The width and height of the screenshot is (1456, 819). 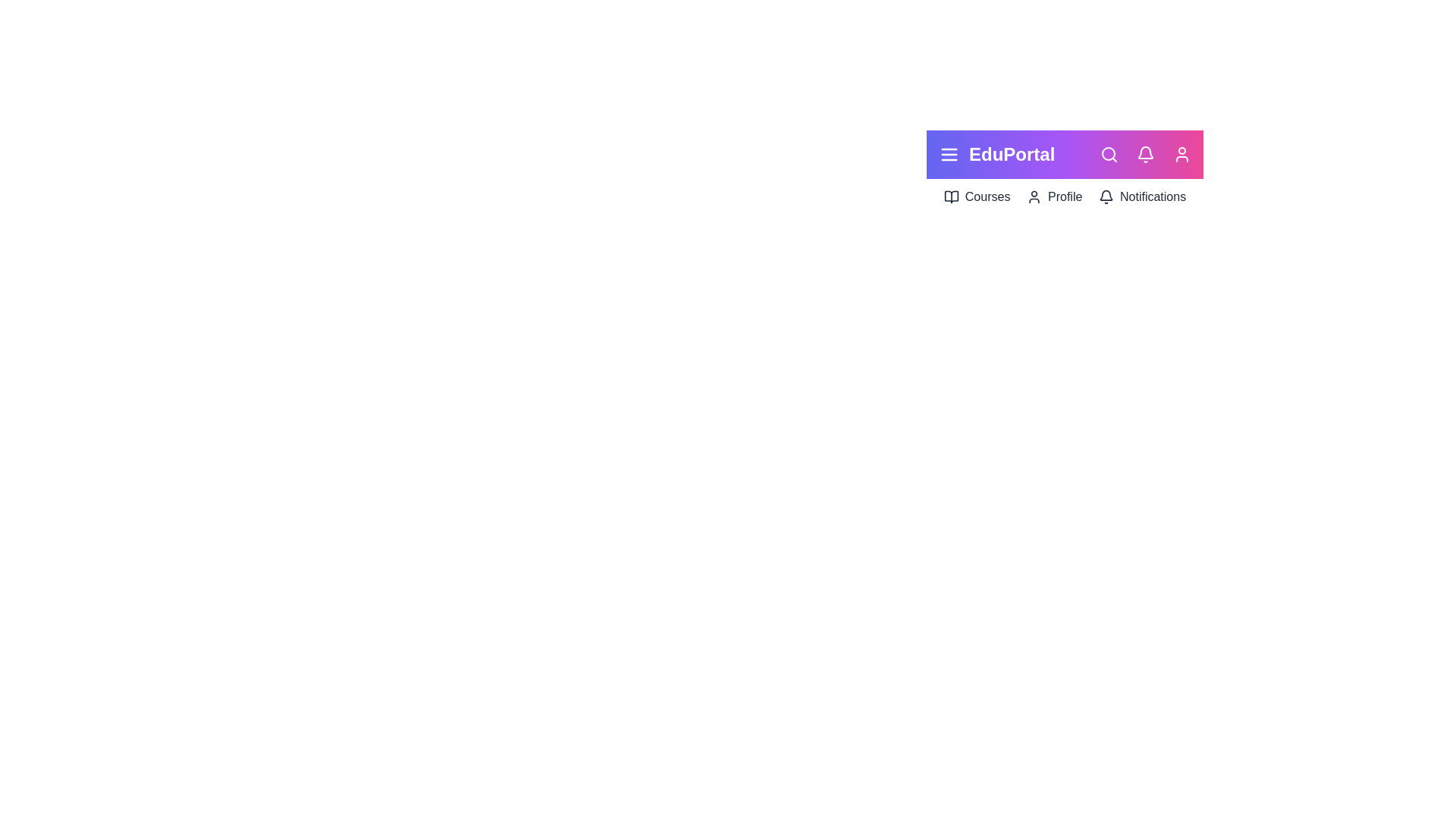 What do you see at coordinates (1053, 196) in the screenshot?
I see `the menu item Profile to navigate to the respective section` at bounding box center [1053, 196].